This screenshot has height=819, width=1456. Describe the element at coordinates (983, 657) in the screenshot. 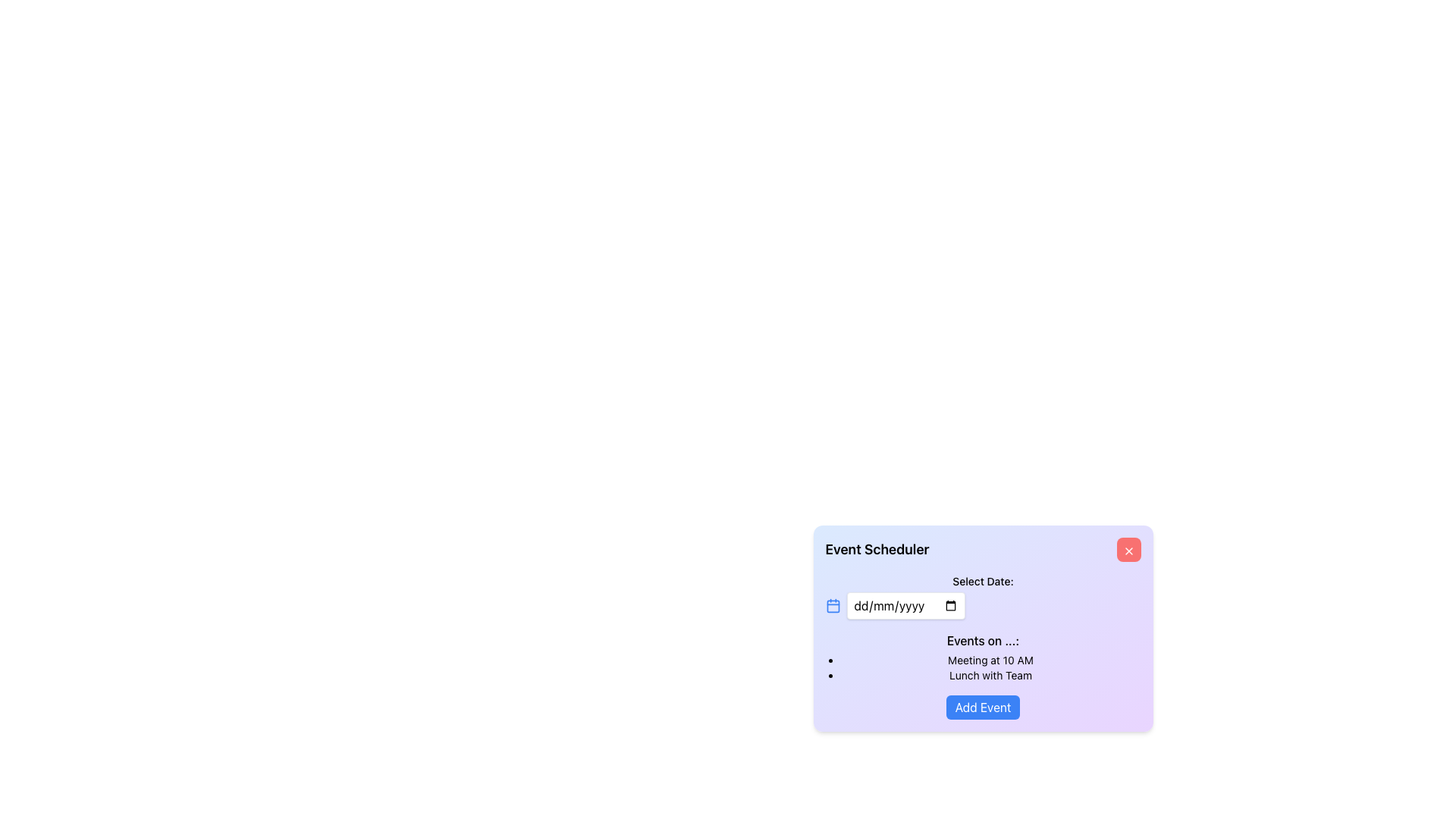

I see `the text section containing the header 'Events on ...:' and the bullet points 'Meeting at 10 AM' and 'Lunch with Team' in the 'Event Scheduler' dialog box` at that location.